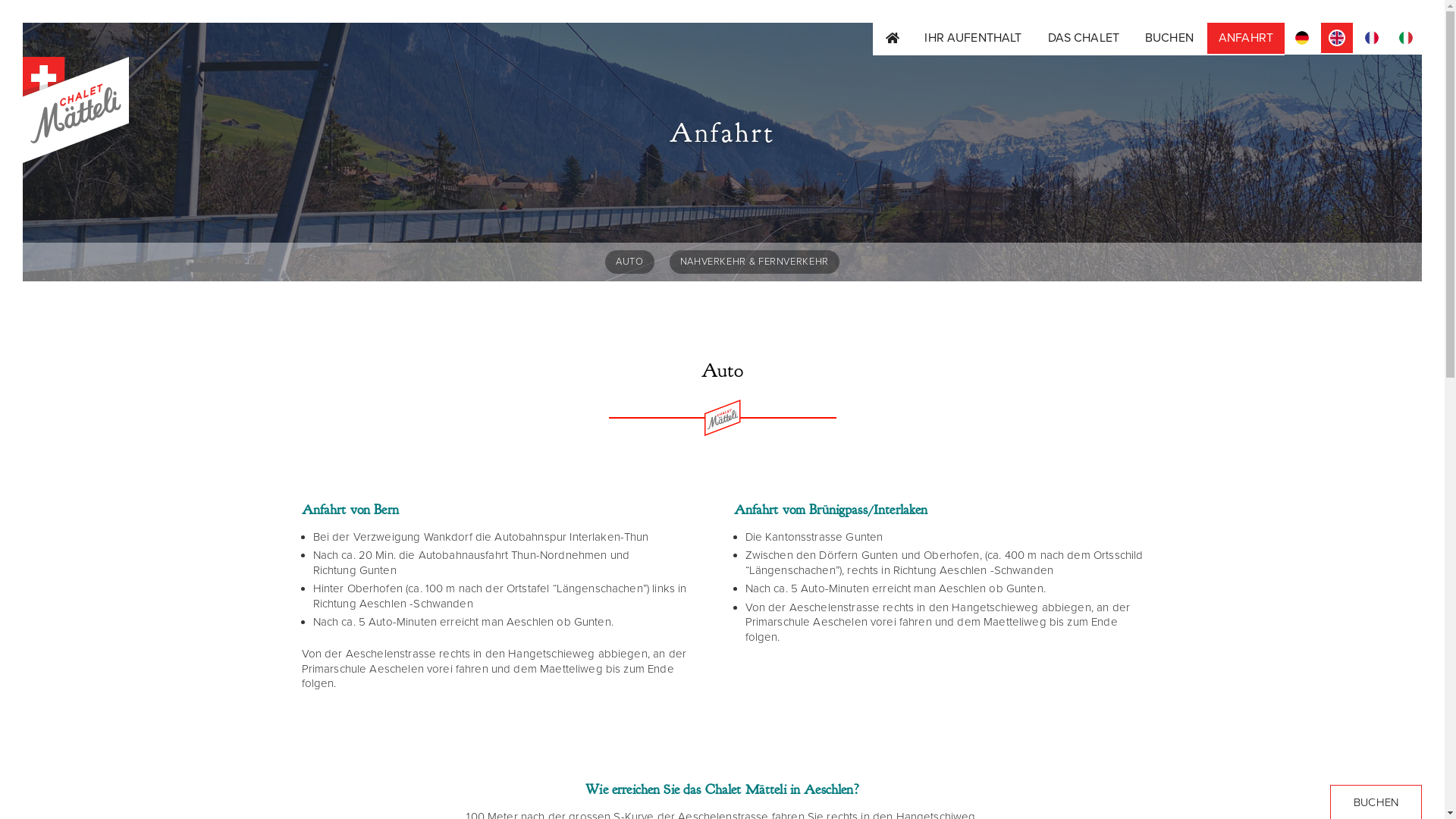  Describe the element at coordinates (1168, 38) in the screenshot. I see `'BUCHEN'` at that location.